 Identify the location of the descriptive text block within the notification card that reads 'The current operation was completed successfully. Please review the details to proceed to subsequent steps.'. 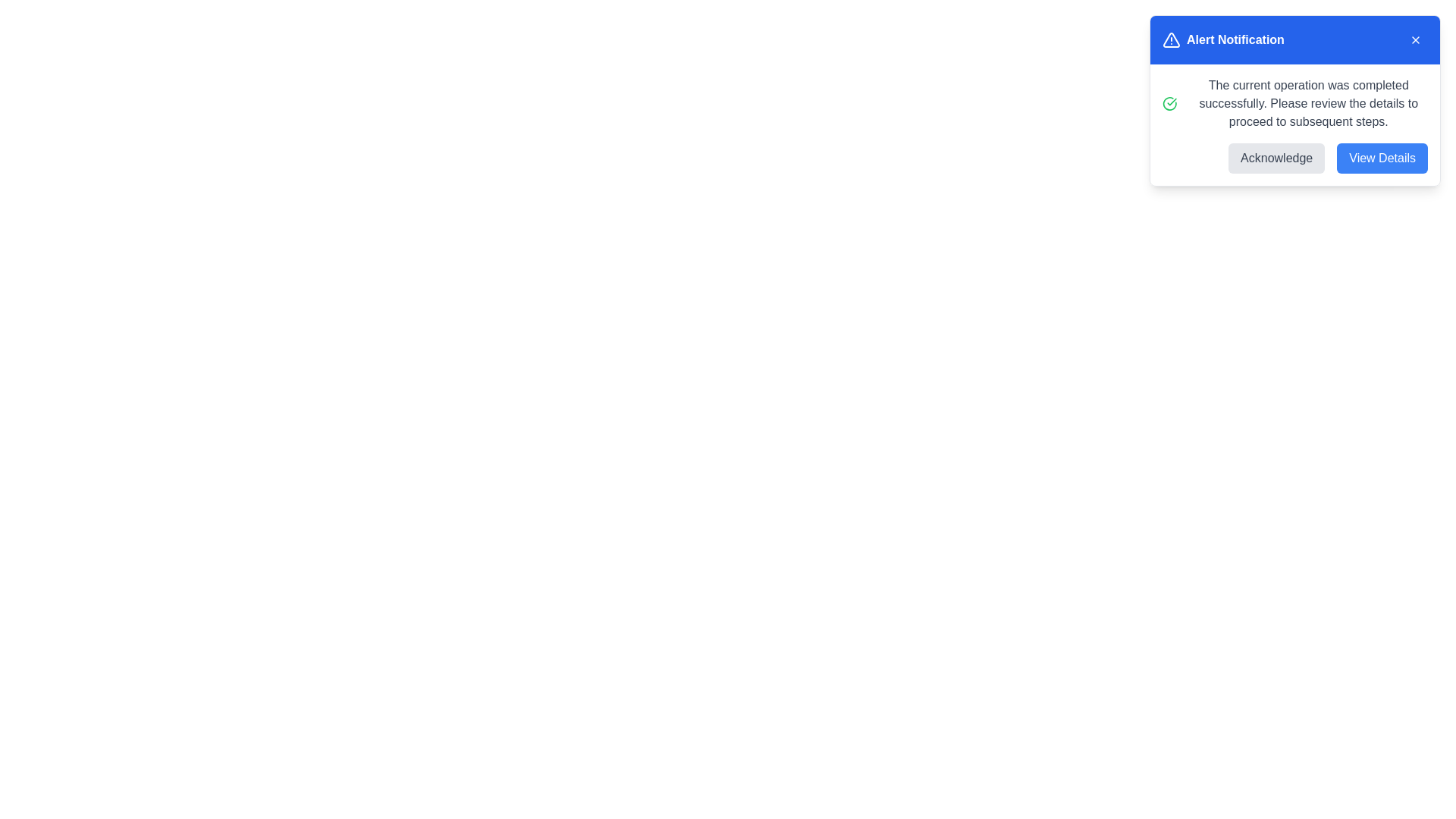
(1307, 103).